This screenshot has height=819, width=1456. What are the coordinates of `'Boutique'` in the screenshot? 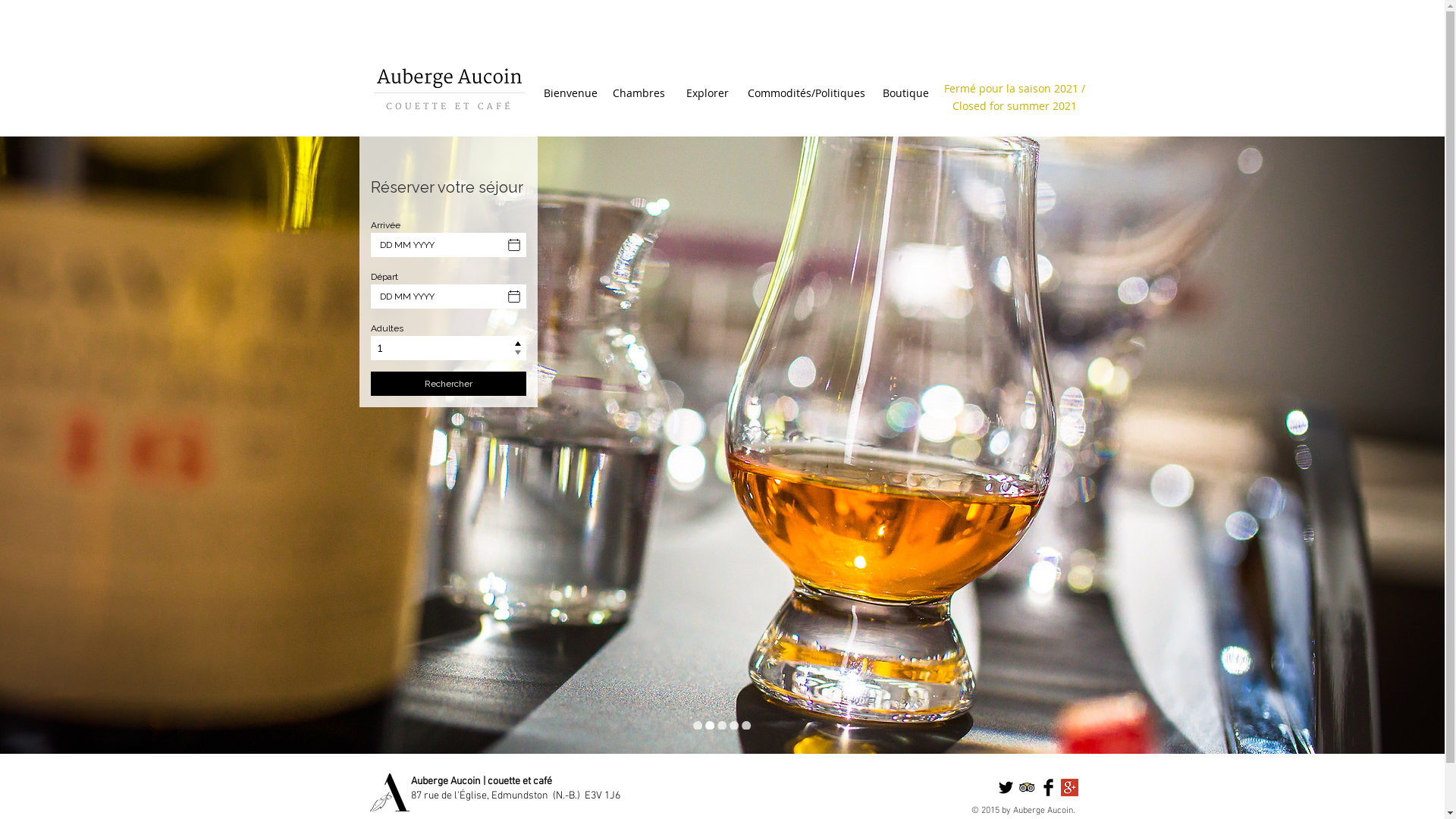 It's located at (872, 93).